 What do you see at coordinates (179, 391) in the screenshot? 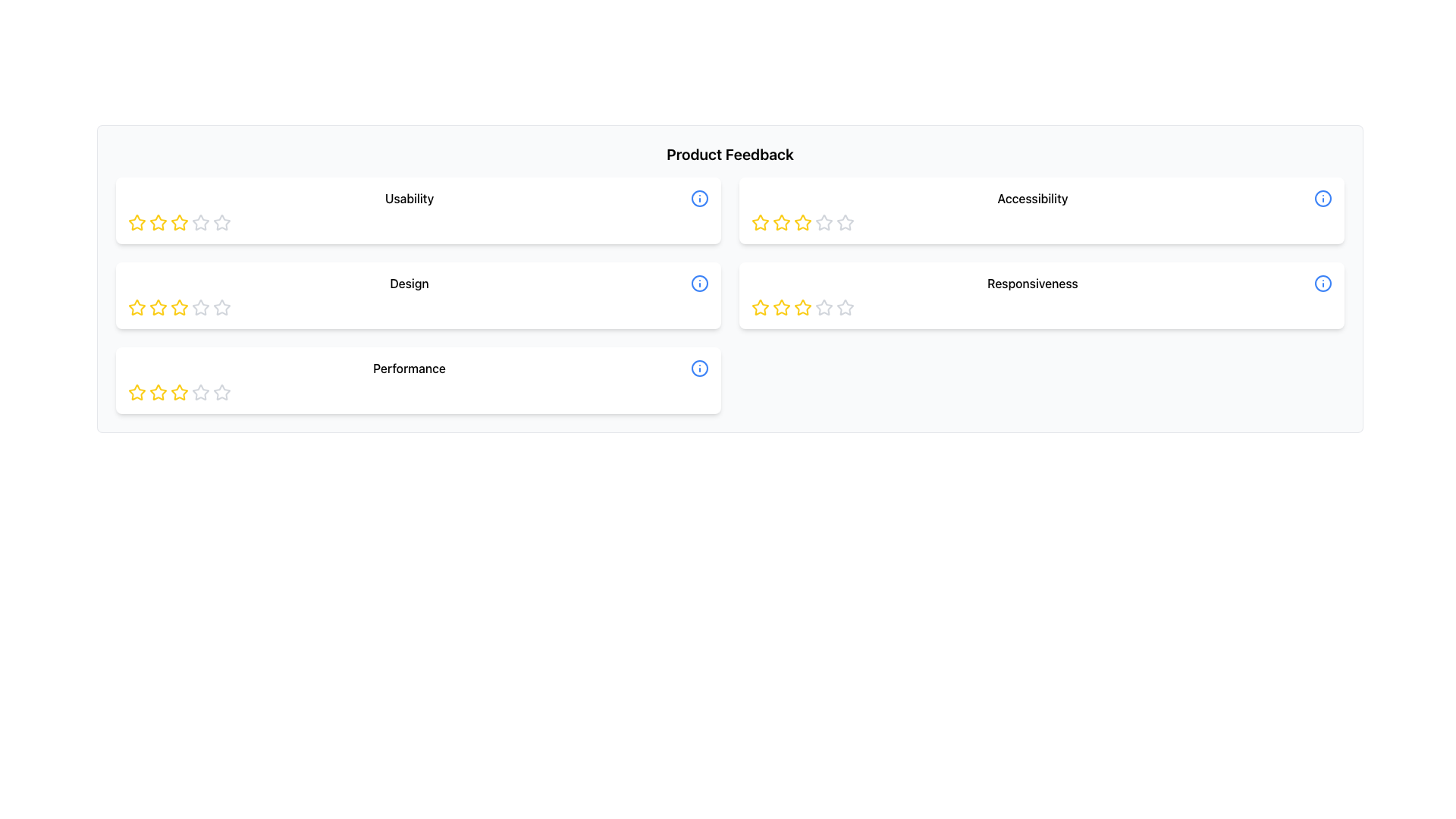
I see `the third star rating icon, which is a yellow-filled star with an outline, located in the Performance section of the interface` at bounding box center [179, 391].